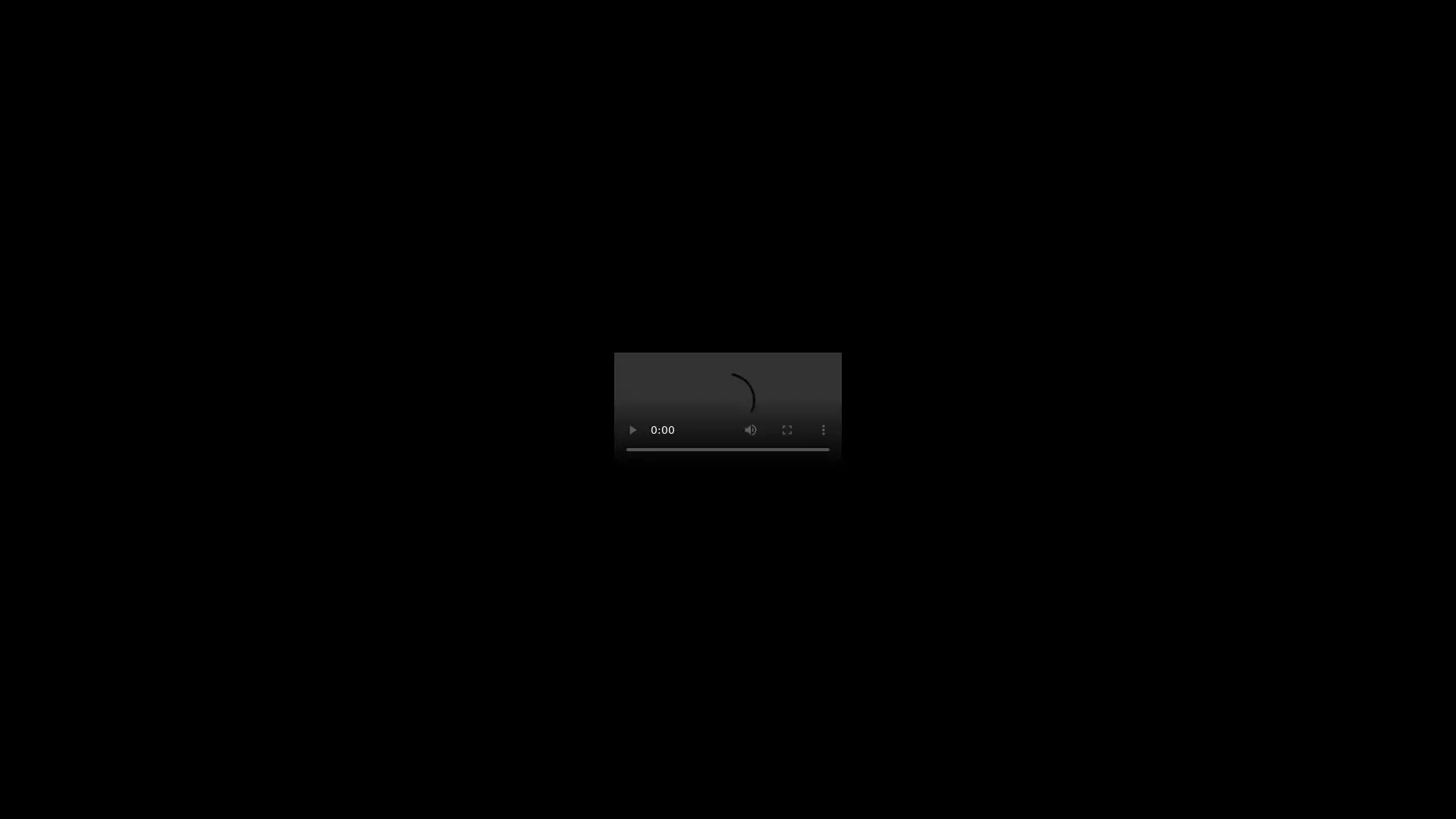 Image resolution: width=1456 pixels, height=819 pixels. I want to click on enter full screen, so click(786, 430).